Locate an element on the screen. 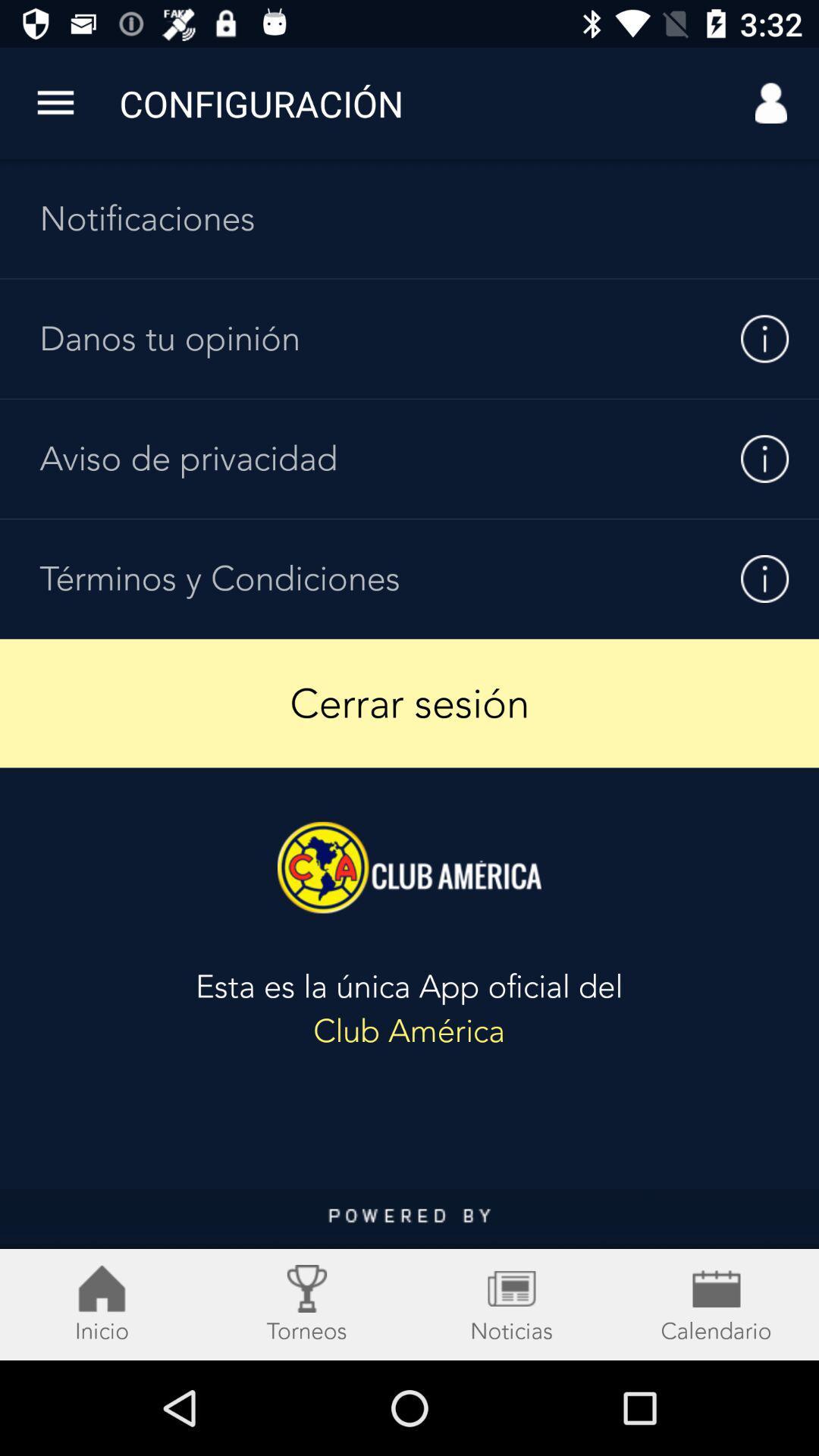 Image resolution: width=819 pixels, height=1456 pixels. the location icon is located at coordinates (307, 1304).